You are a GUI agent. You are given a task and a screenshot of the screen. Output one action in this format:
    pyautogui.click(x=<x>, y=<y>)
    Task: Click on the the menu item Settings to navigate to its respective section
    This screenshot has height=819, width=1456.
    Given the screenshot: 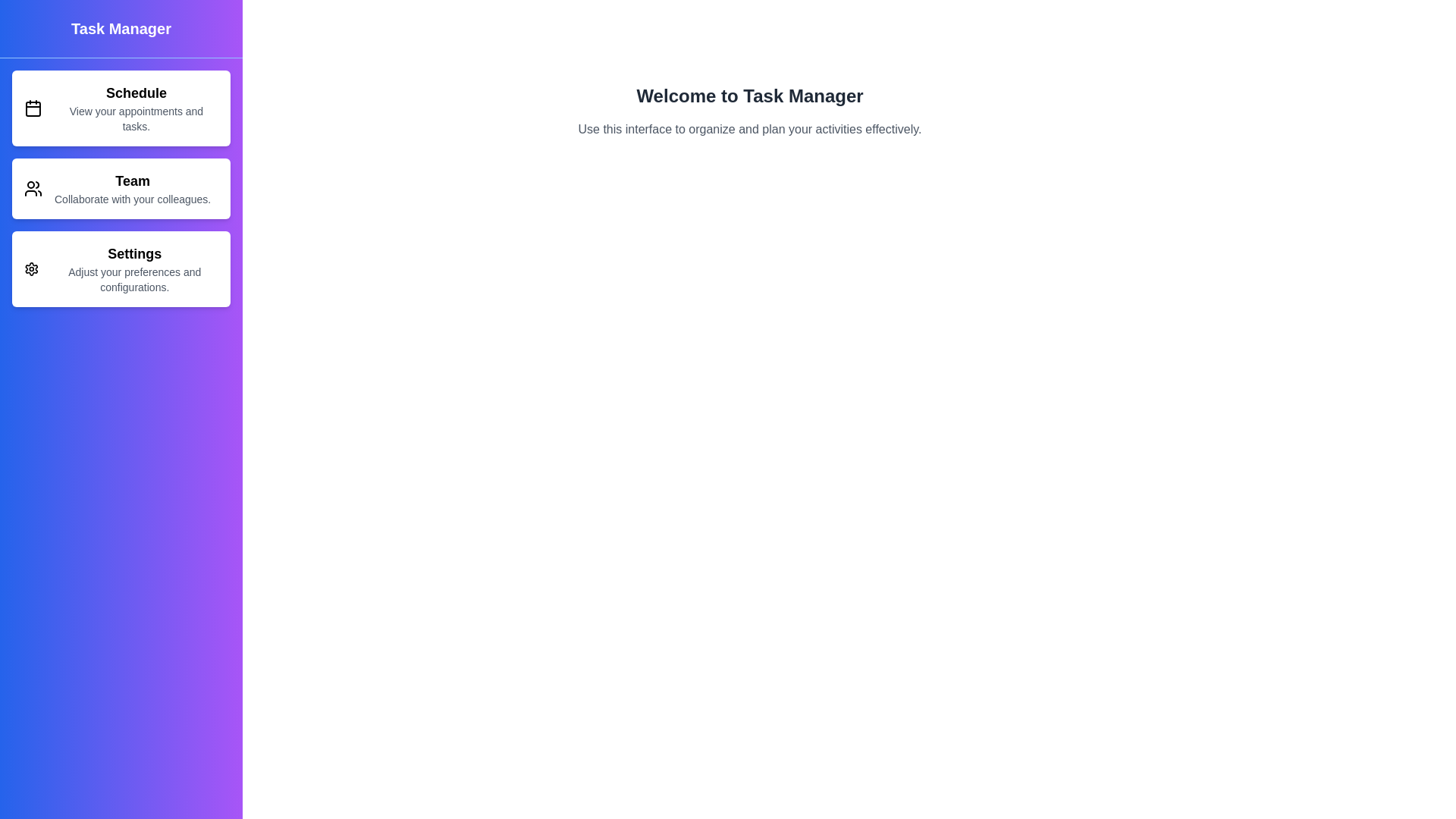 What is the action you would take?
    pyautogui.click(x=120, y=268)
    